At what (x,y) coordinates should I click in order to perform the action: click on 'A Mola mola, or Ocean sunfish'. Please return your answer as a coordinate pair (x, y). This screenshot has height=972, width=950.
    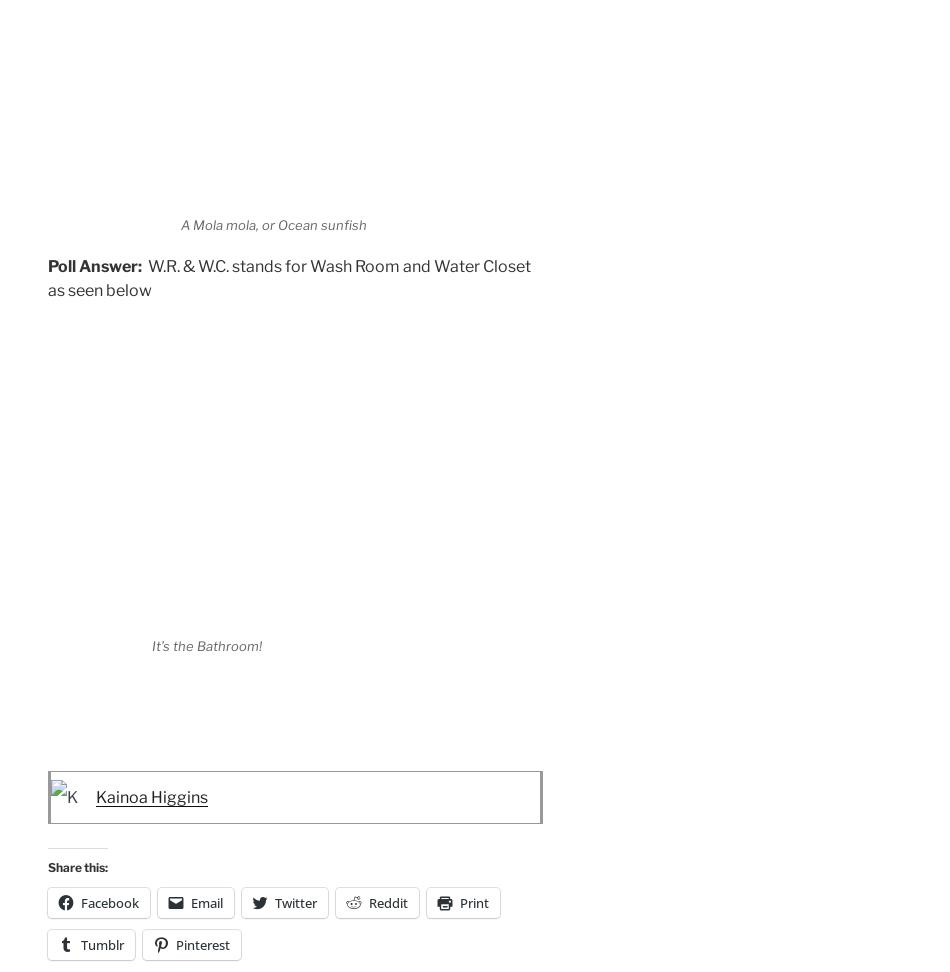
    Looking at the image, I should click on (272, 223).